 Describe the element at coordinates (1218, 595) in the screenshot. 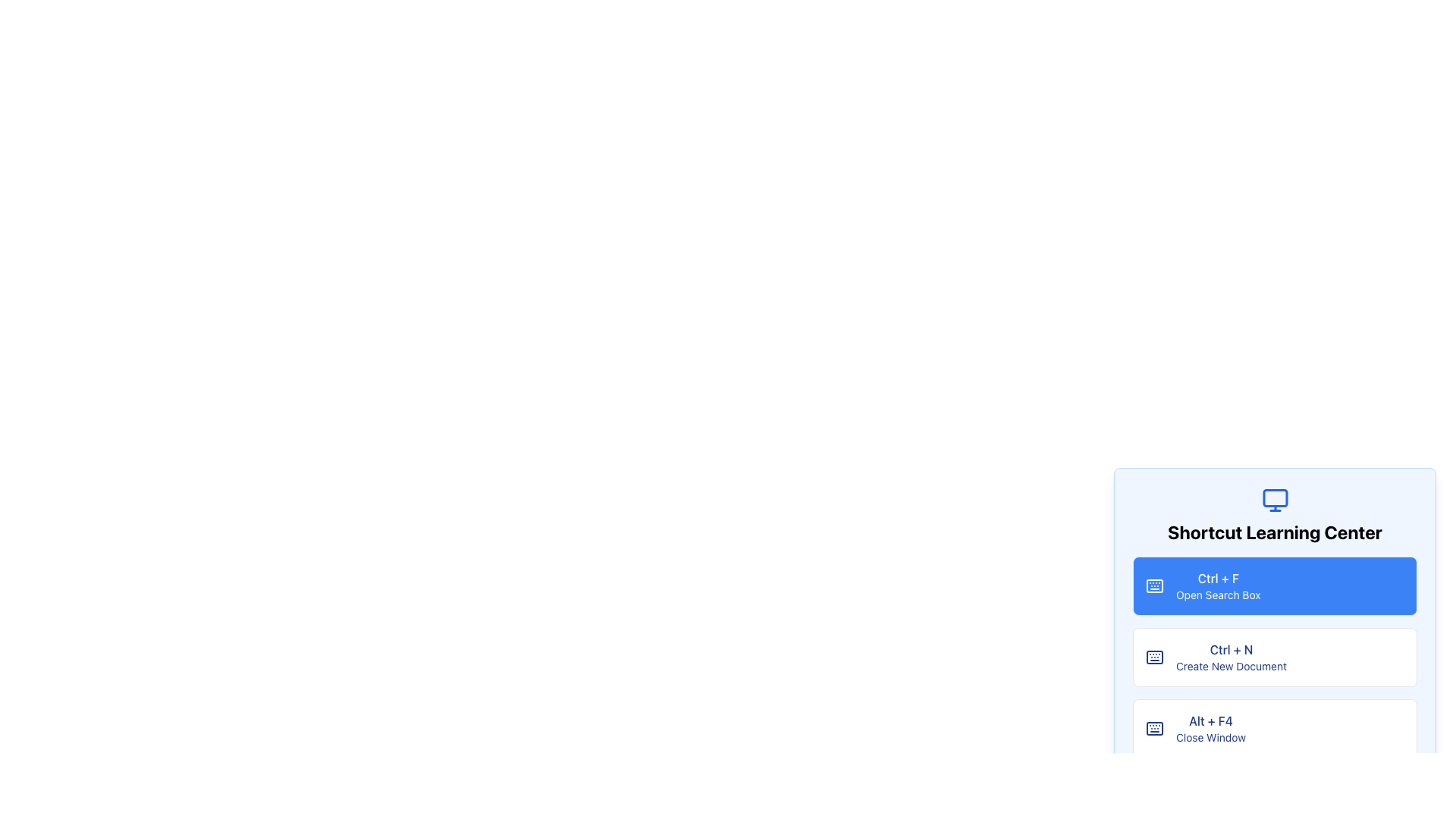

I see `the 'Open Search Box' text label, which is styled within a blue background section and positioned below the 'Ctrl + F' shortcut in the 'Shortcut Learning Center'` at that location.